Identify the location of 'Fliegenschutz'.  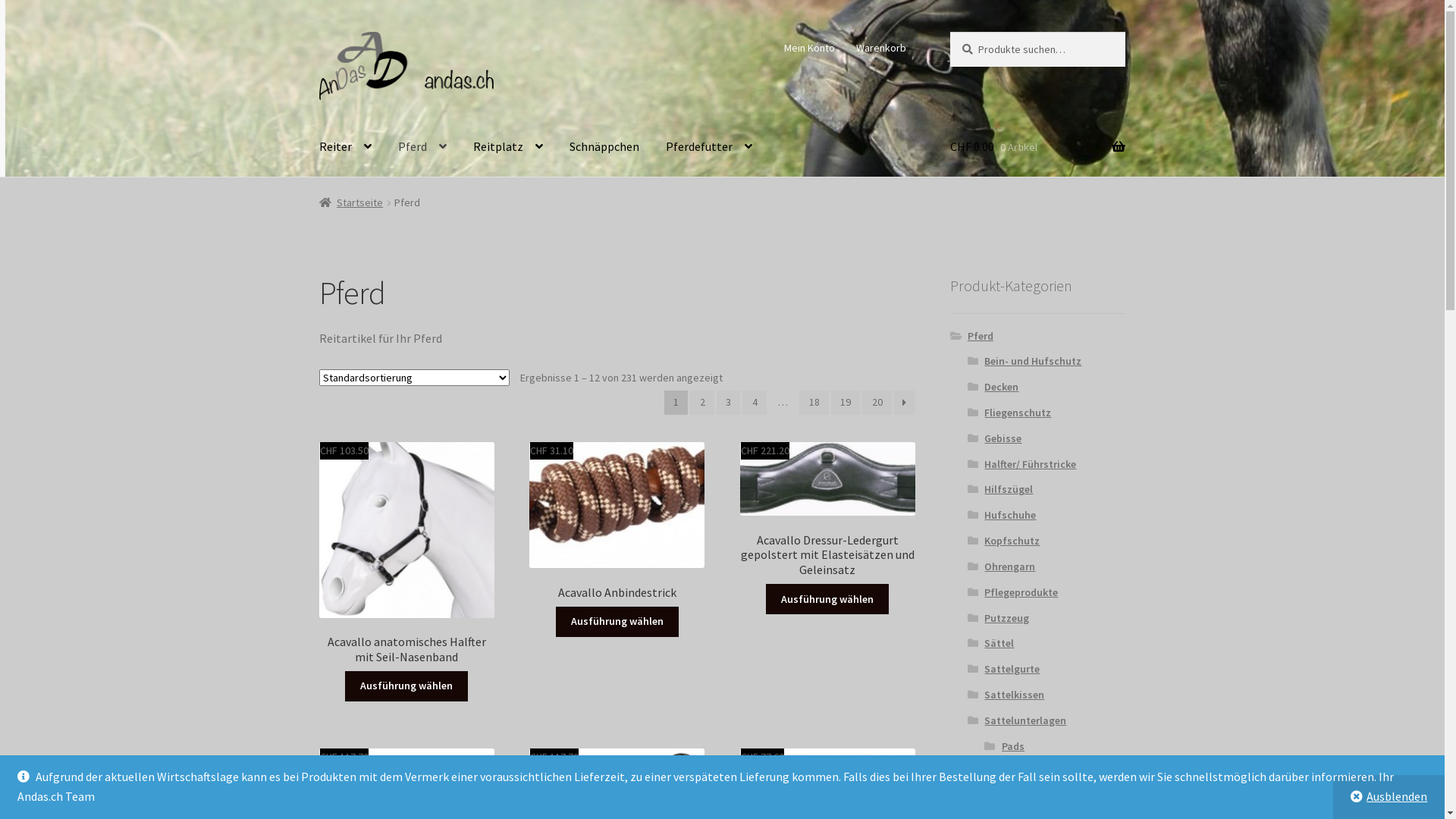
(984, 412).